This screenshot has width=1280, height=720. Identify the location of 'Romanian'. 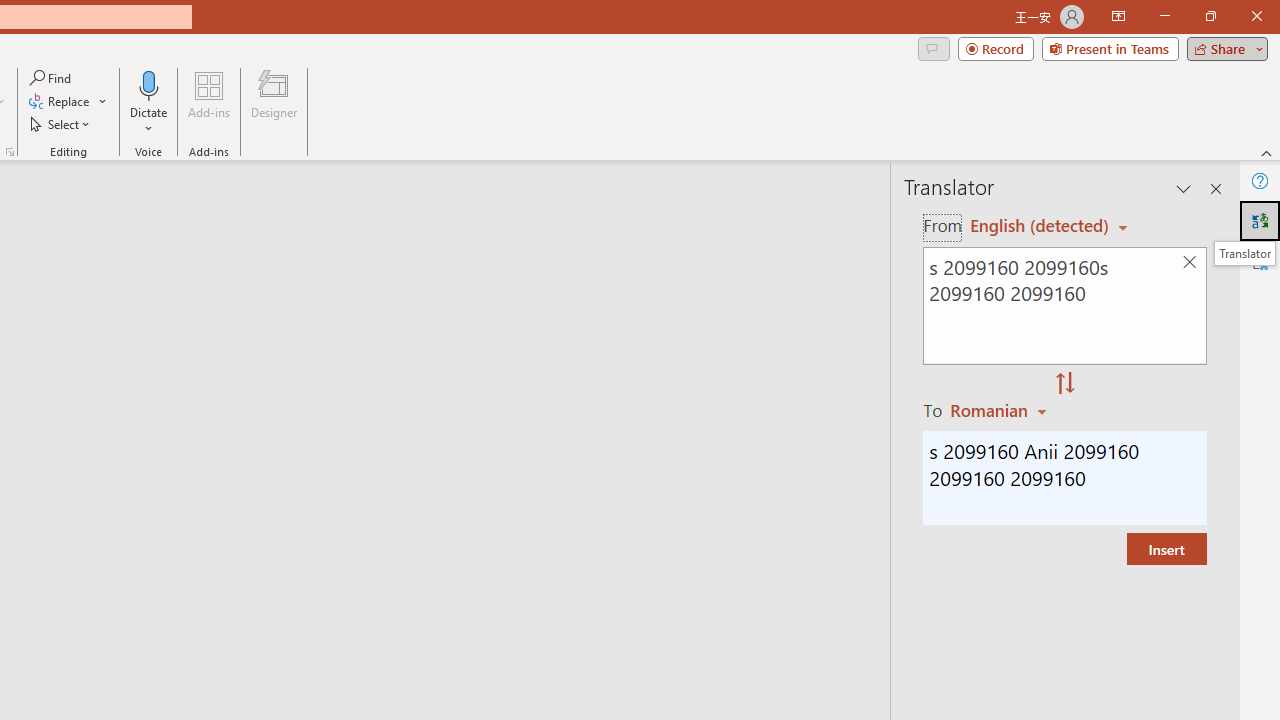
(1001, 409).